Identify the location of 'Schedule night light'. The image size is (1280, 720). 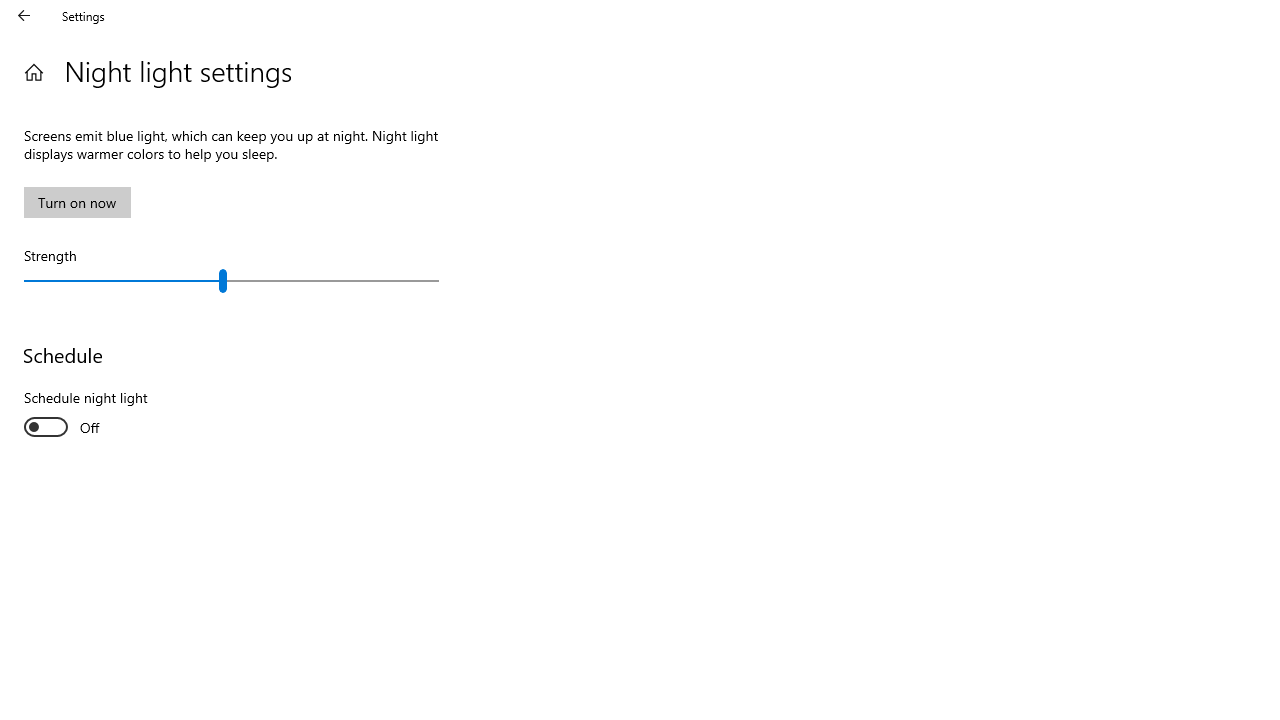
(96, 414).